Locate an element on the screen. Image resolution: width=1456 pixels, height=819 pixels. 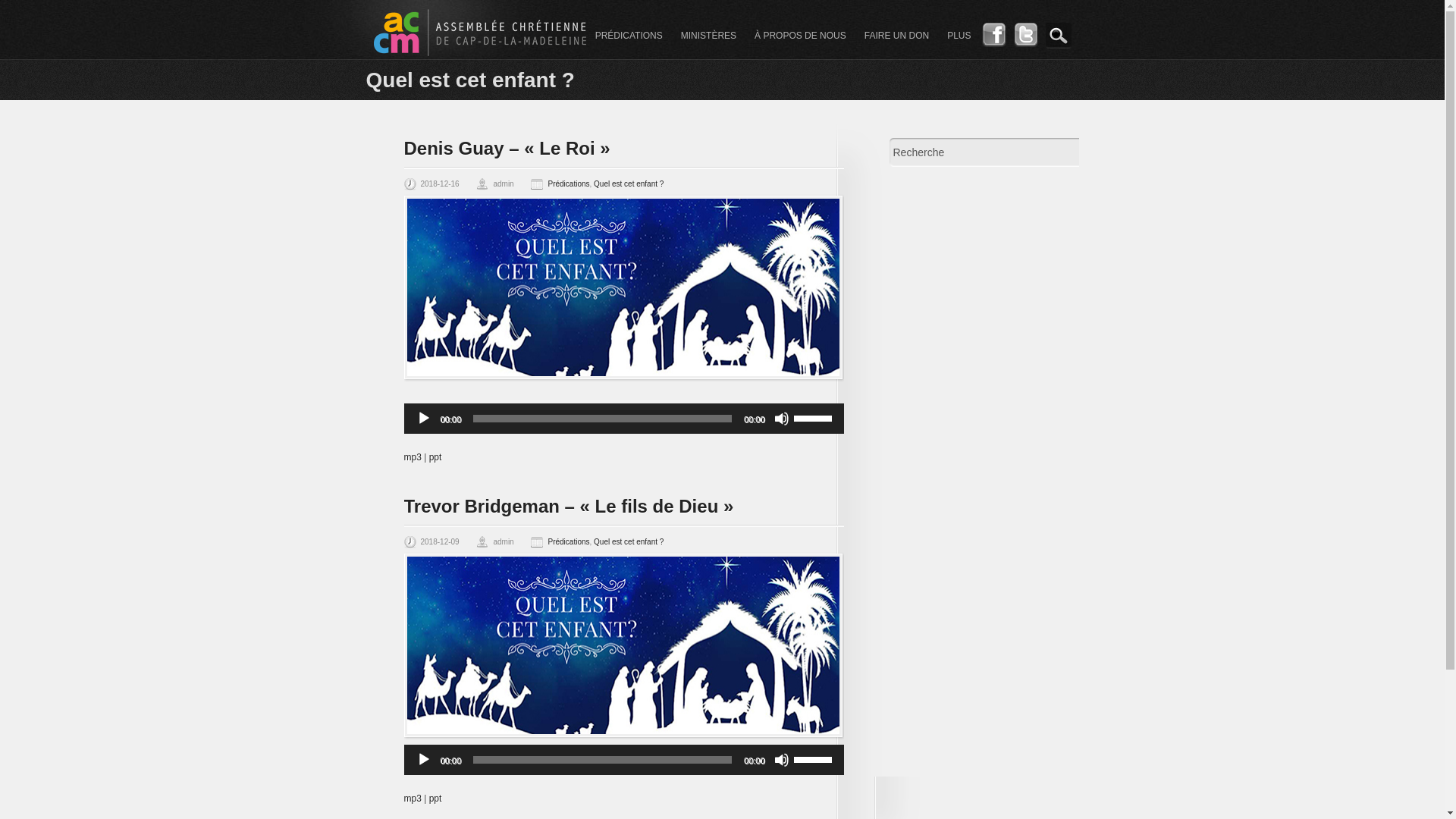
'Twitter' is located at coordinates (1025, 42).